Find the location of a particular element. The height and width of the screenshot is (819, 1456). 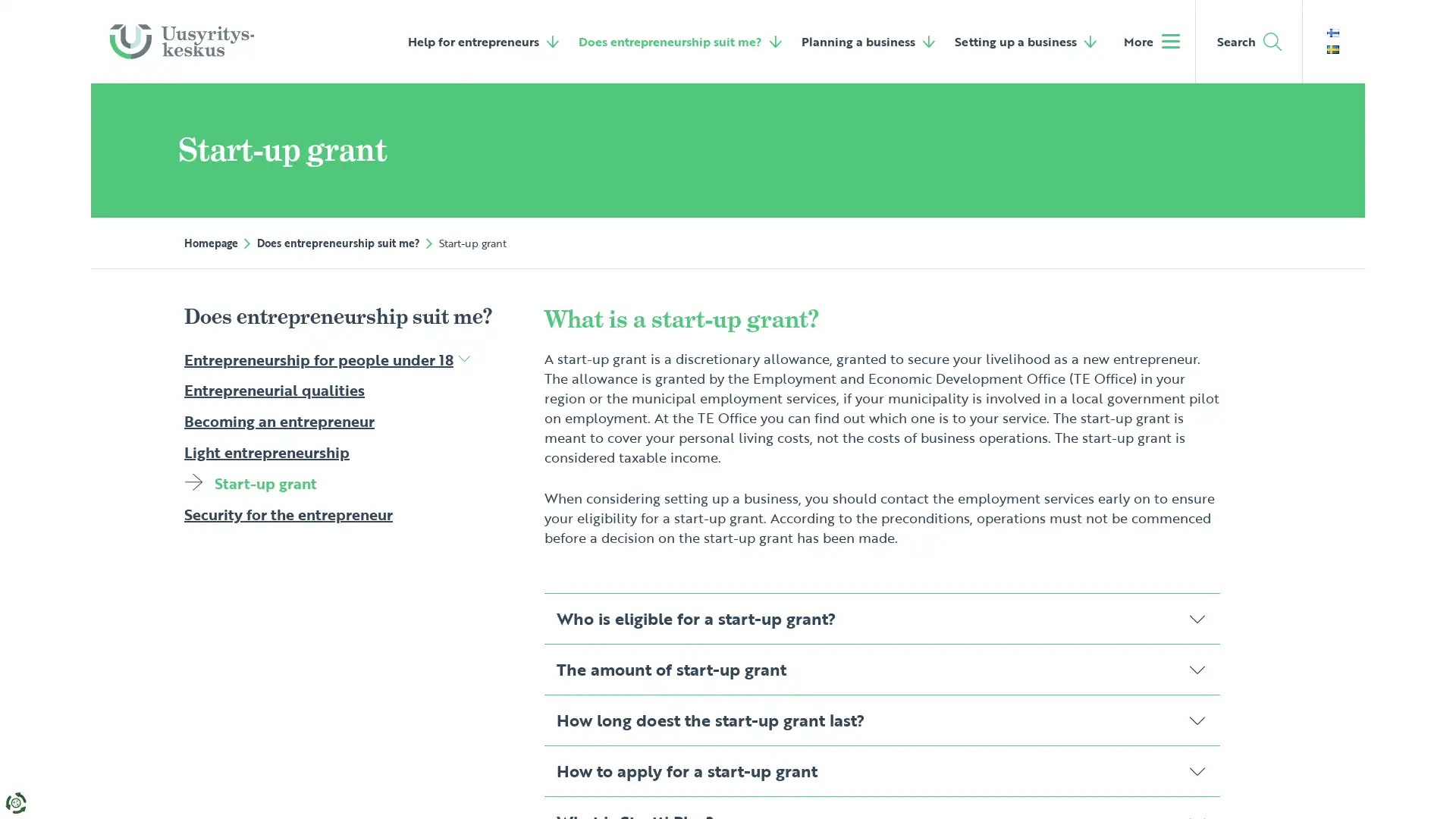

Open or close menu is located at coordinates (463, 357).